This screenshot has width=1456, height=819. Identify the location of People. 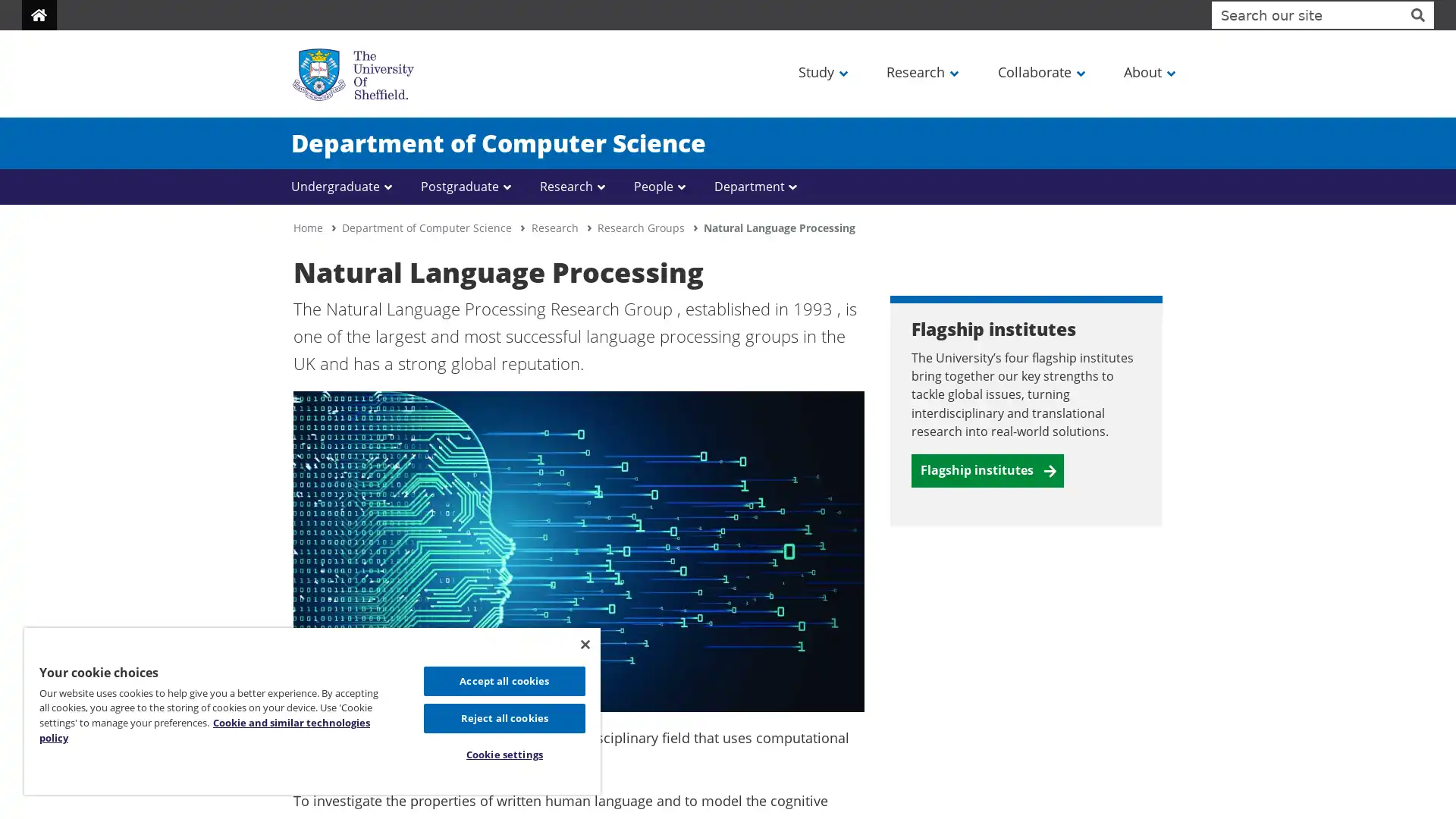
(662, 187).